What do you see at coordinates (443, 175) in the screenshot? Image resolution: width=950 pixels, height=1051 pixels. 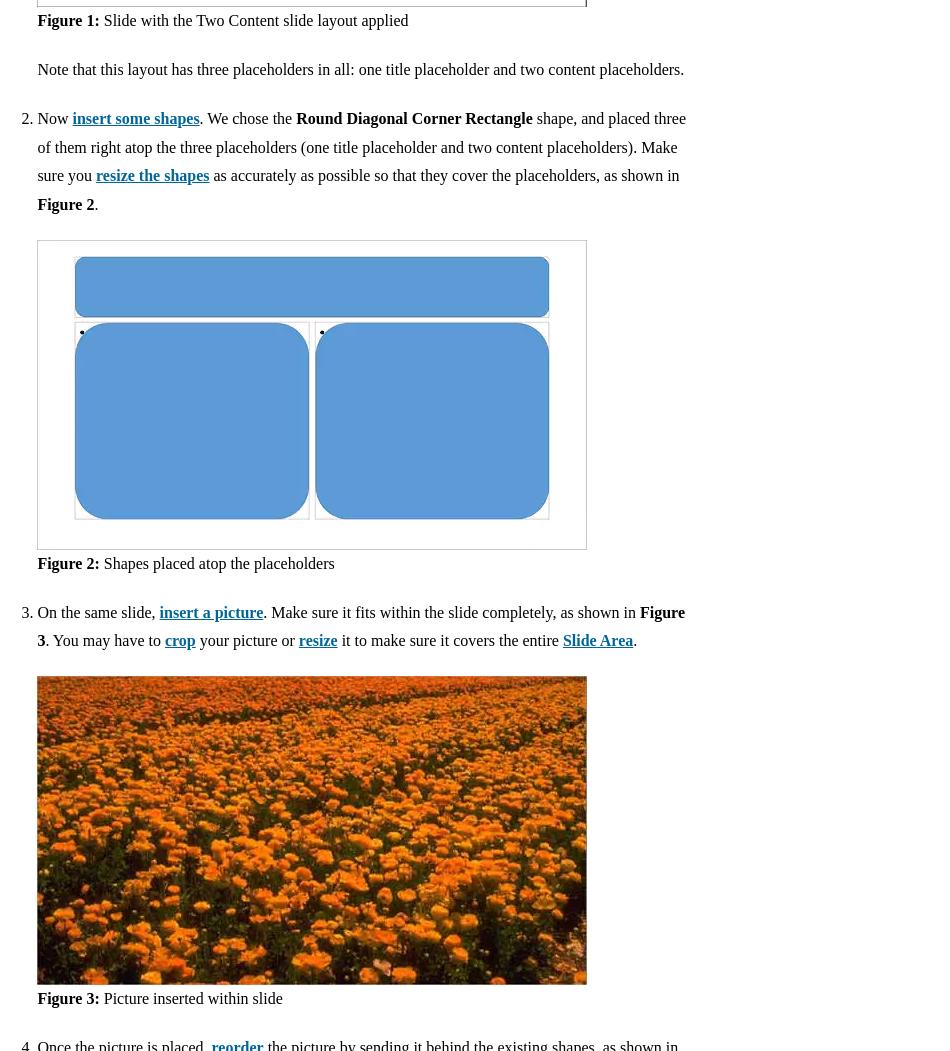 I see `'as accurately as possible so that they cover the
placeholders, as shown in'` at bounding box center [443, 175].